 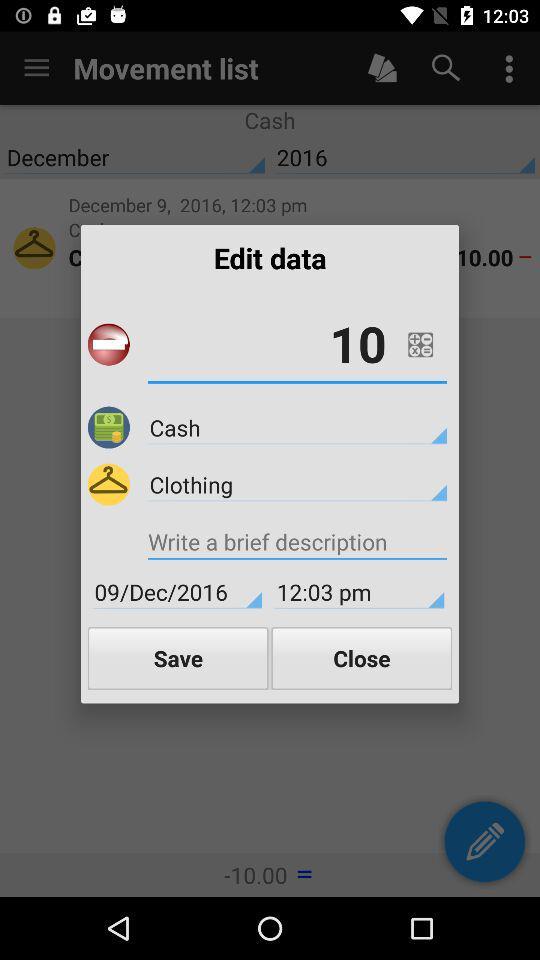 What do you see at coordinates (296, 544) in the screenshot?
I see `the icon above 09/dec/2016 item` at bounding box center [296, 544].